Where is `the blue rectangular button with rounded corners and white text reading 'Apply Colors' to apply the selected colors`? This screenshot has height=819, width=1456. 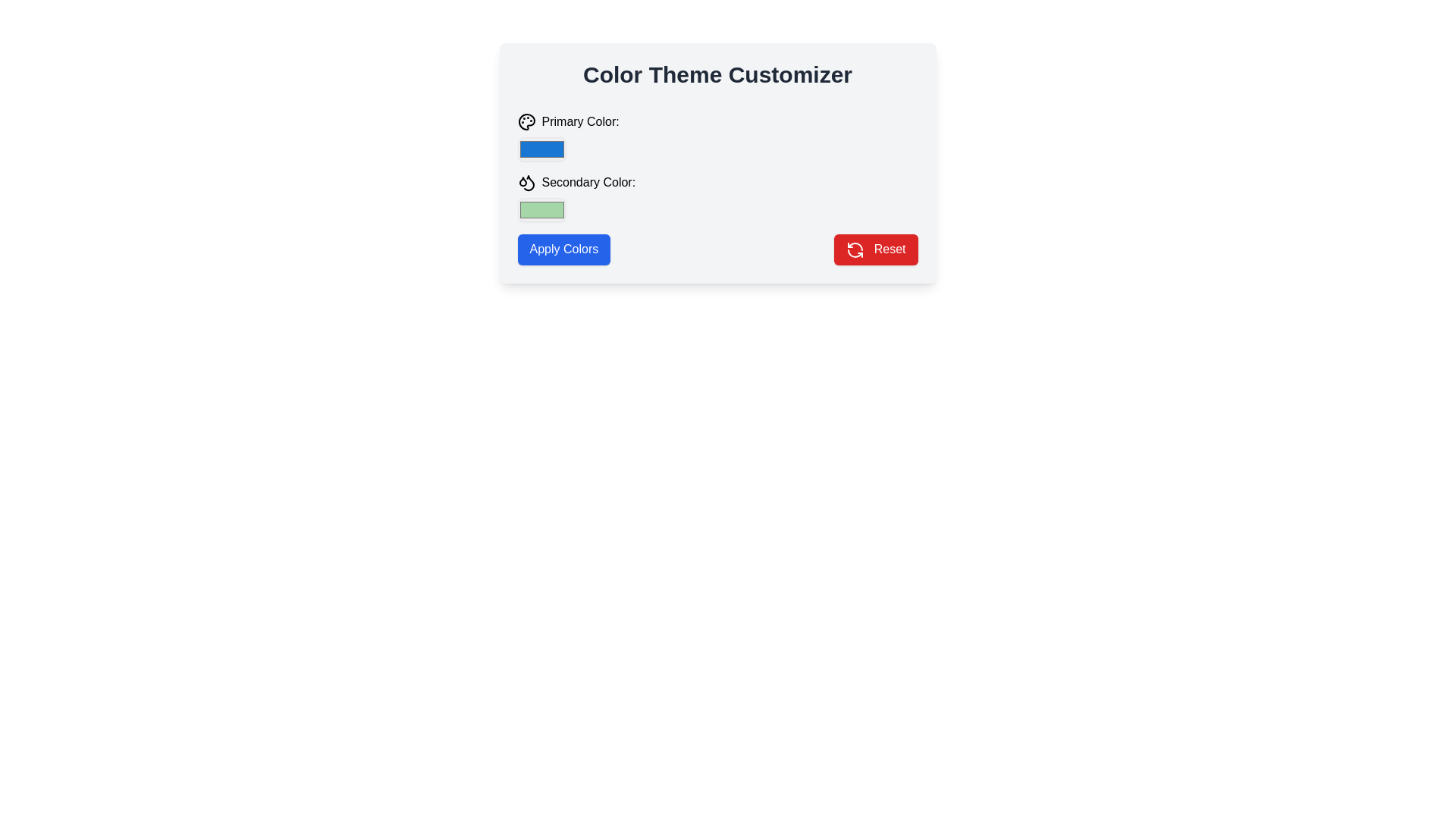
the blue rectangular button with rounded corners and white text reading 'Apply Colors' to apply the selected colors is located at coordinates (563, 249).